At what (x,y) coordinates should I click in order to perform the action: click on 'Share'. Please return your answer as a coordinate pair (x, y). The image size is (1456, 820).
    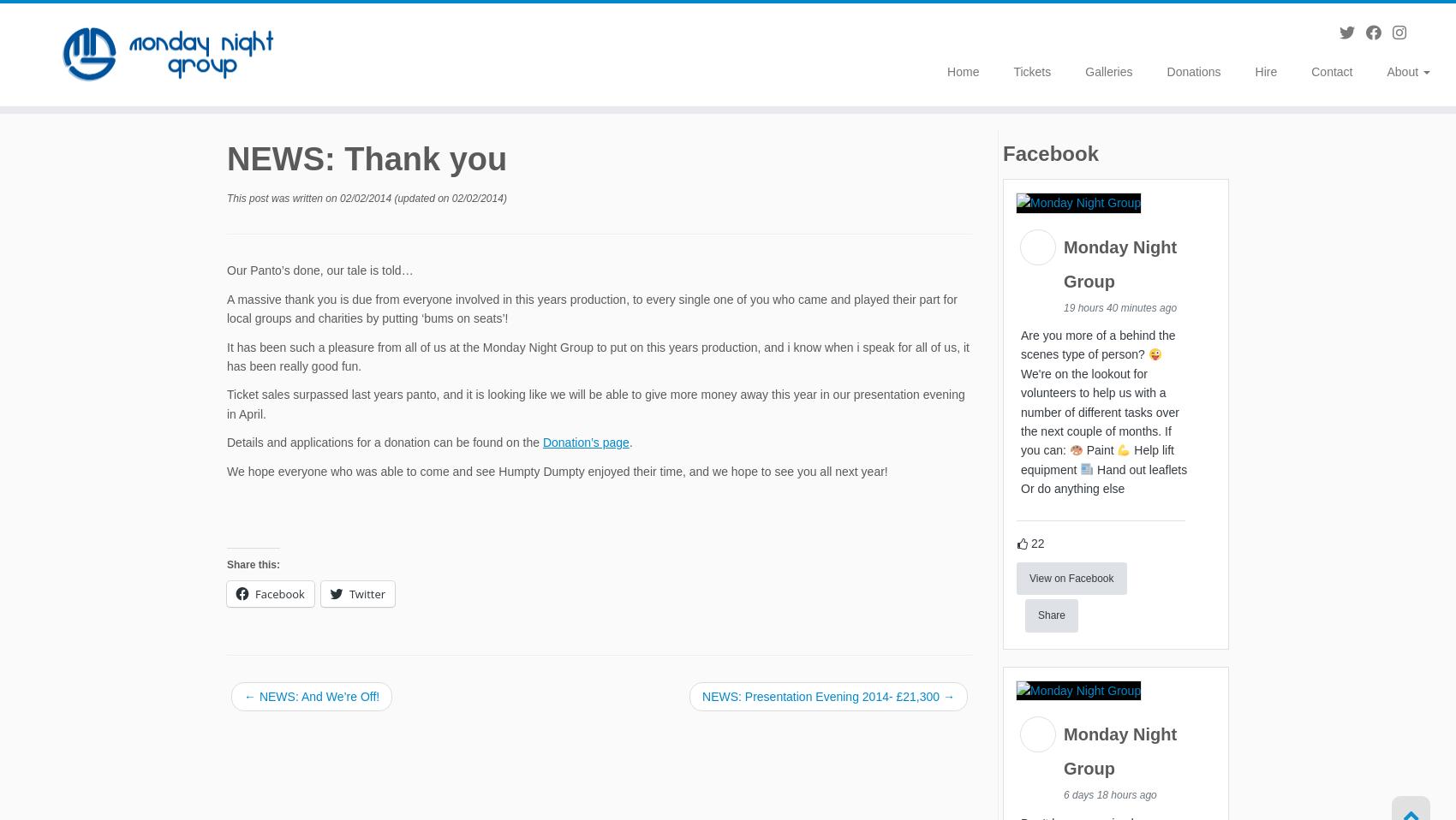
    Looking at the image, I should click on (1051, 619).